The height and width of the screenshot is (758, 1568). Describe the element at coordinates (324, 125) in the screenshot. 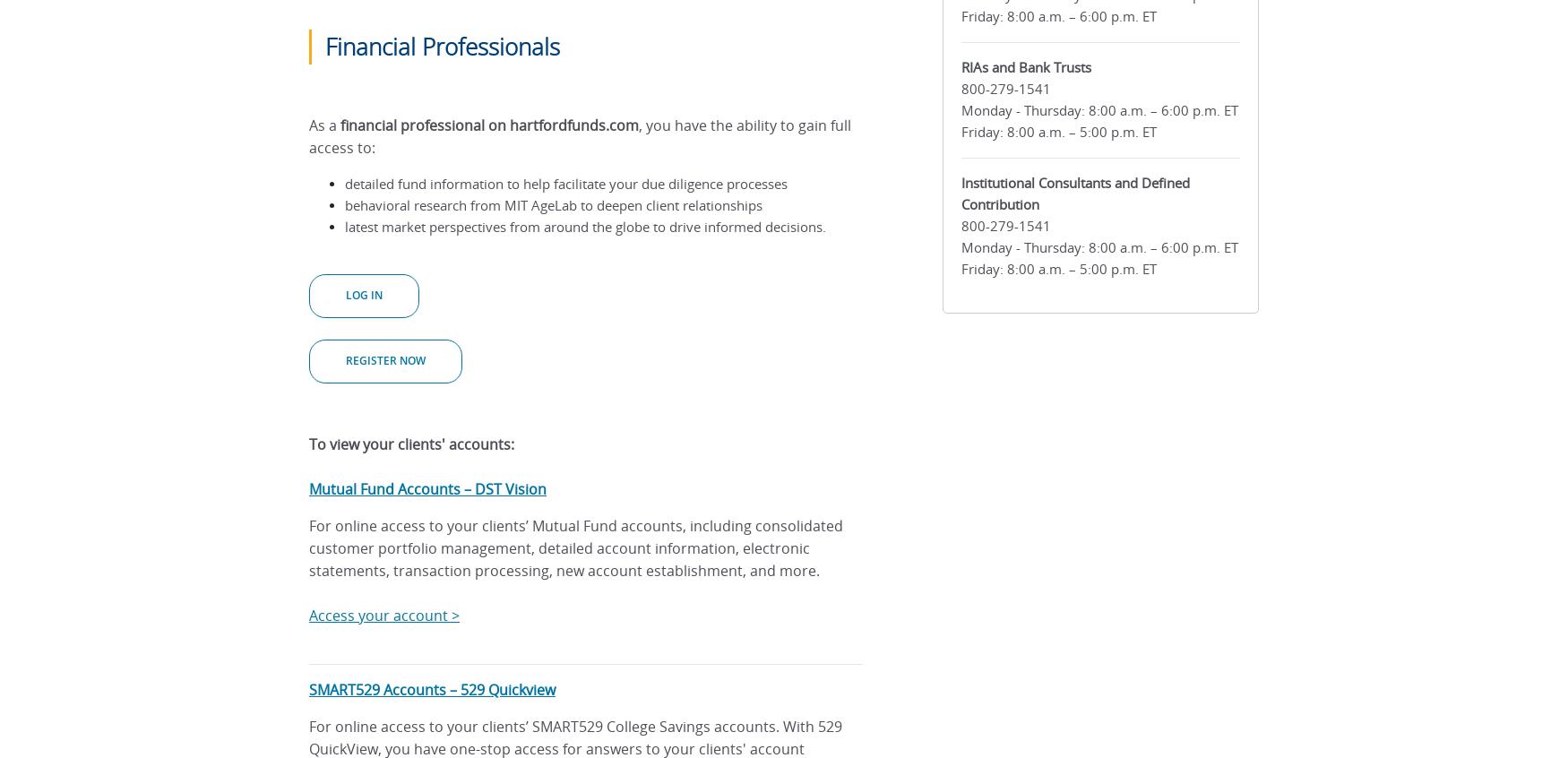

I see `'As a'` at that location.